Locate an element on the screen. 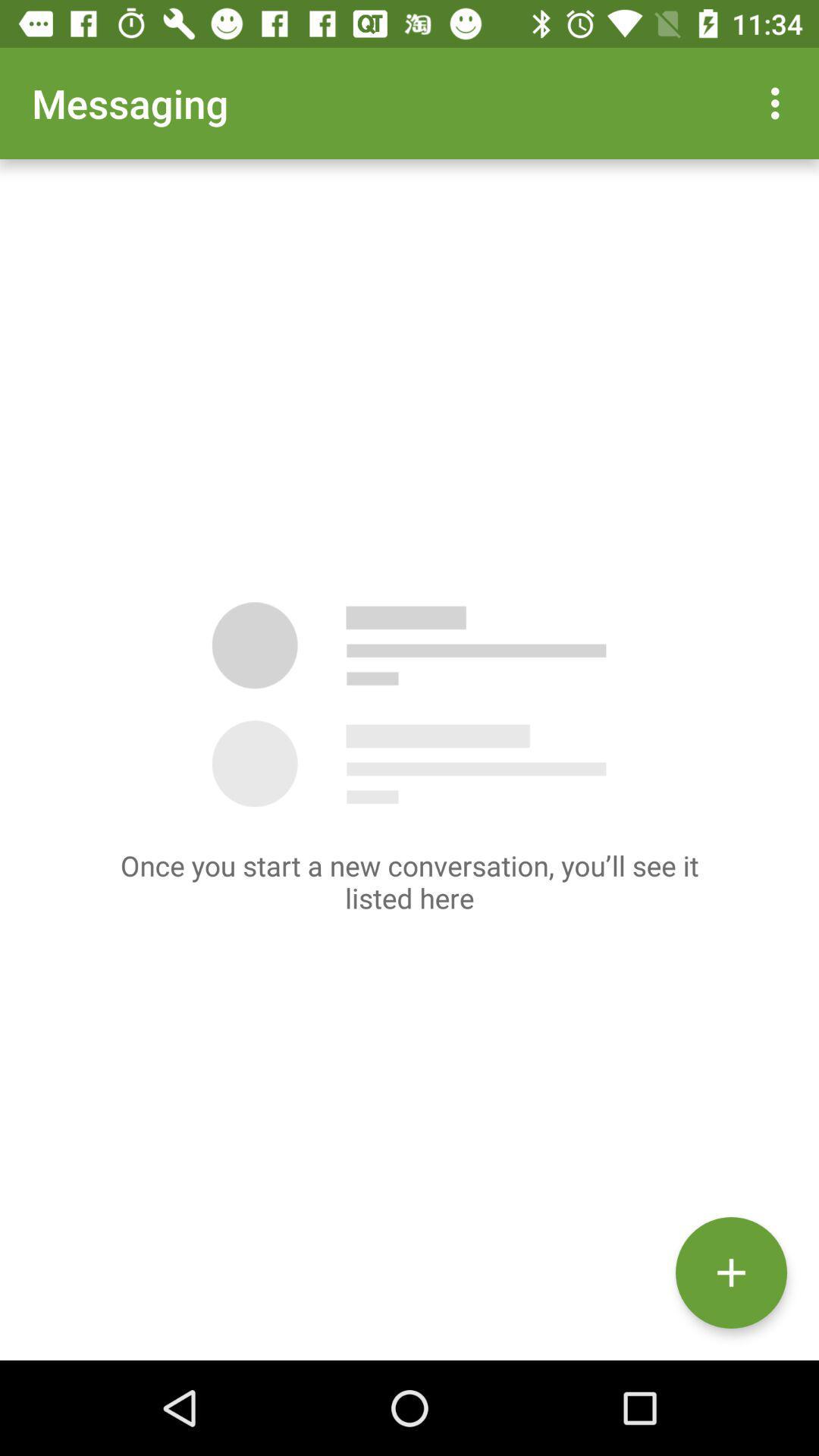 Image resolution: width=819 pixels, height=1456 pixels. the app to the right of messaging app is located at coordinates (779, 102).